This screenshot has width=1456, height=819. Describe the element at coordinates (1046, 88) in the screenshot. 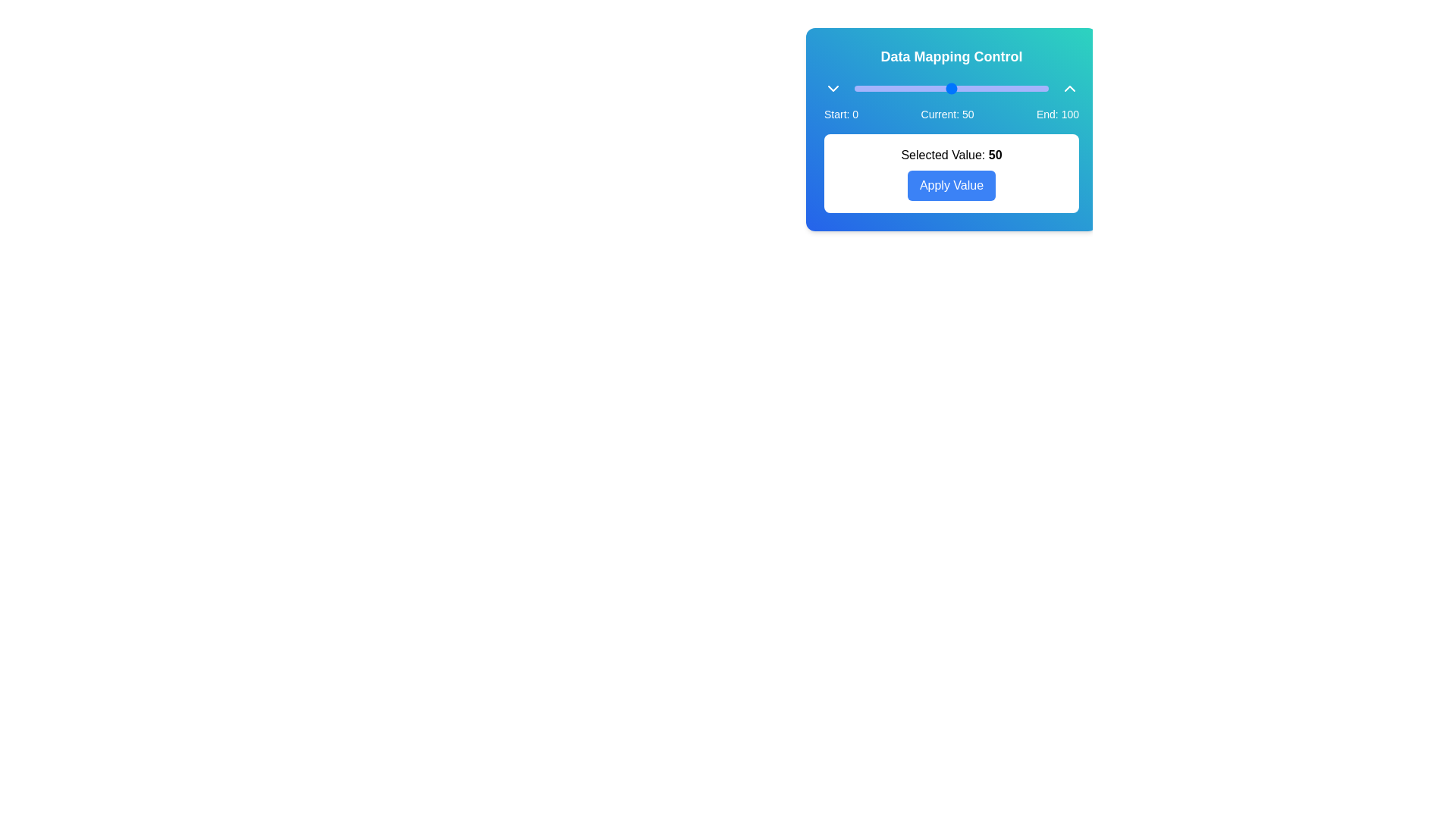

I see `the slider` at that location.